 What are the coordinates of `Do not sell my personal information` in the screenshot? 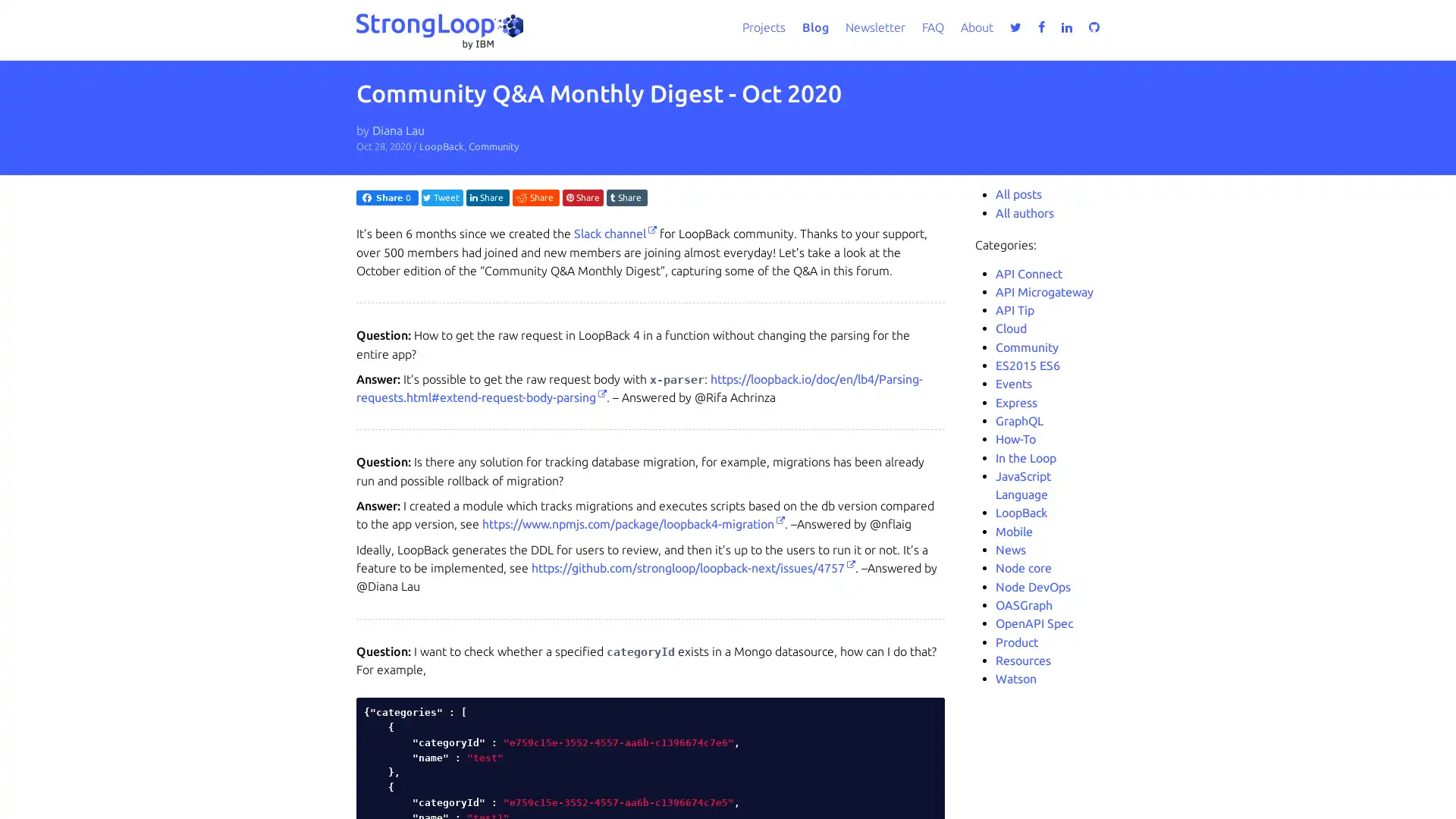 It's located at (1333, 769).